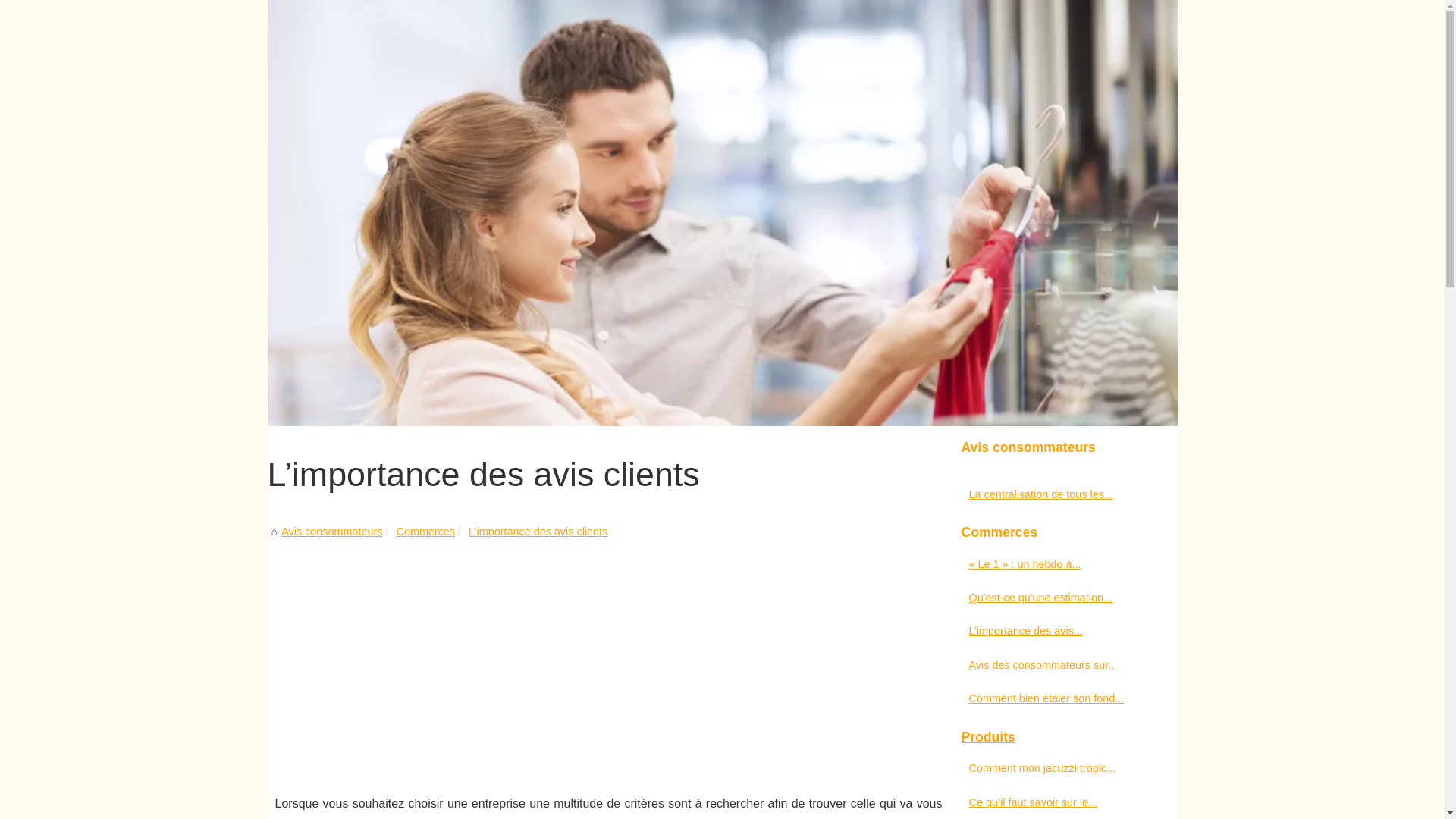 The image size is (1456, 819). What do you see at coordinates (1055, 596) in the screenshot?
I see `'Qu'est-ce qu'une estimation...'` at bounding box center [1055, 596].